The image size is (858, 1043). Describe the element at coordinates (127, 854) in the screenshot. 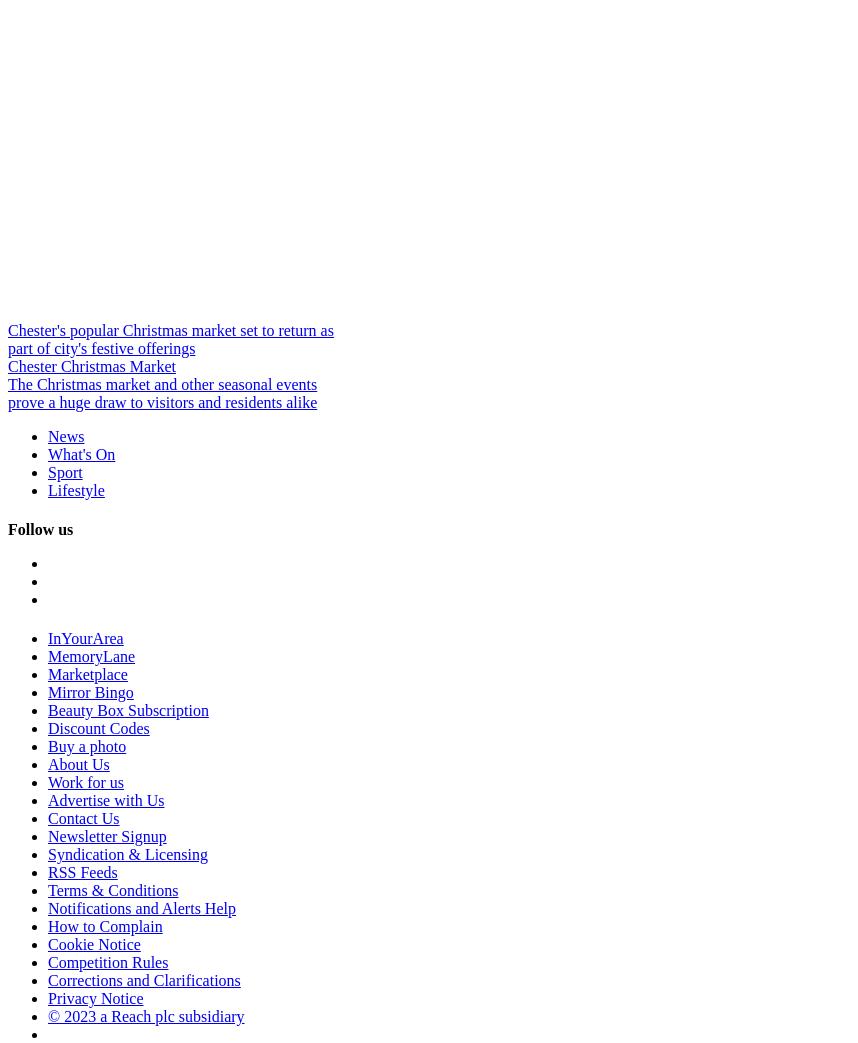

I see `'Syndication & Licensing'` at that location.